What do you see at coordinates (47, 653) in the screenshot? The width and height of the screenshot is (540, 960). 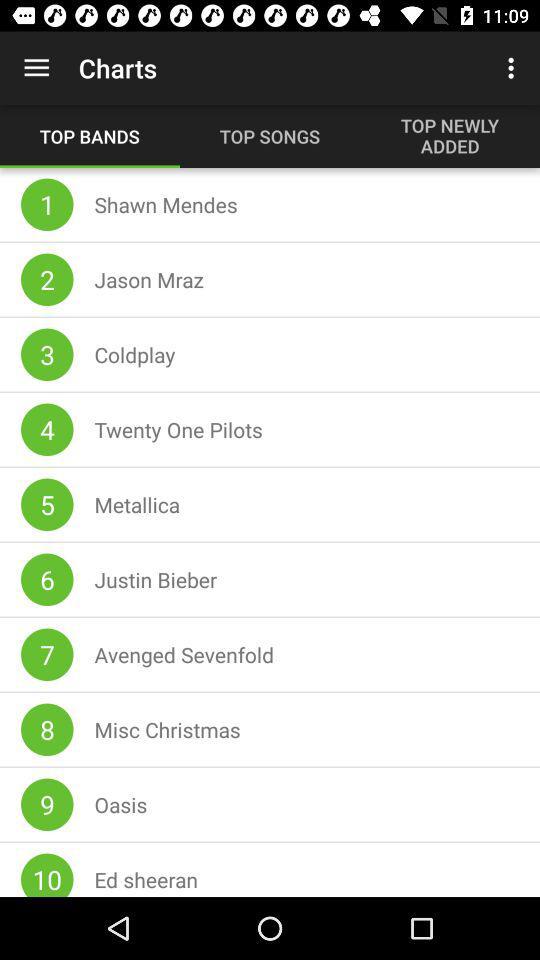 I see `the 7 icon` at bounding box center [47, 653].